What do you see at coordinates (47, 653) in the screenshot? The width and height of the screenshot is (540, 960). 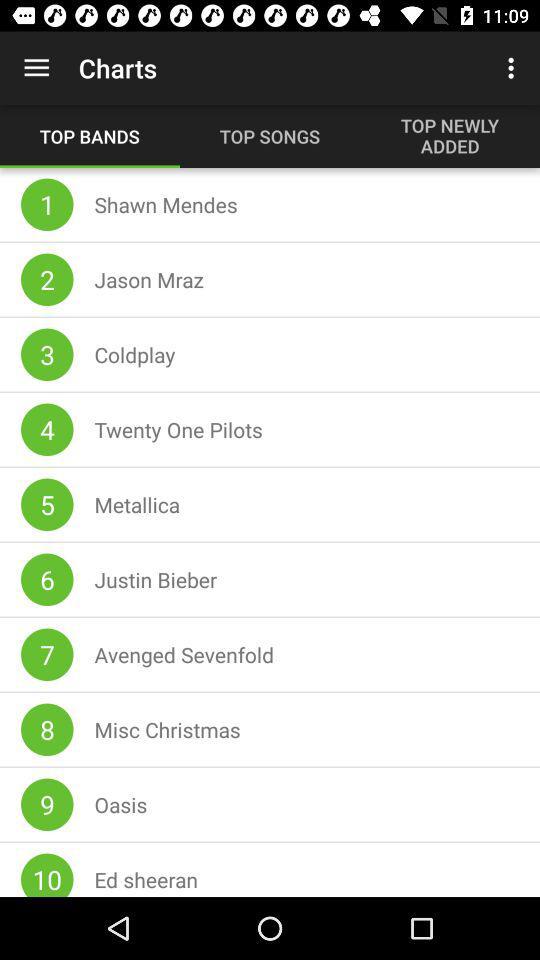 I see `the 7 icon` at bounding box center [47, 653].